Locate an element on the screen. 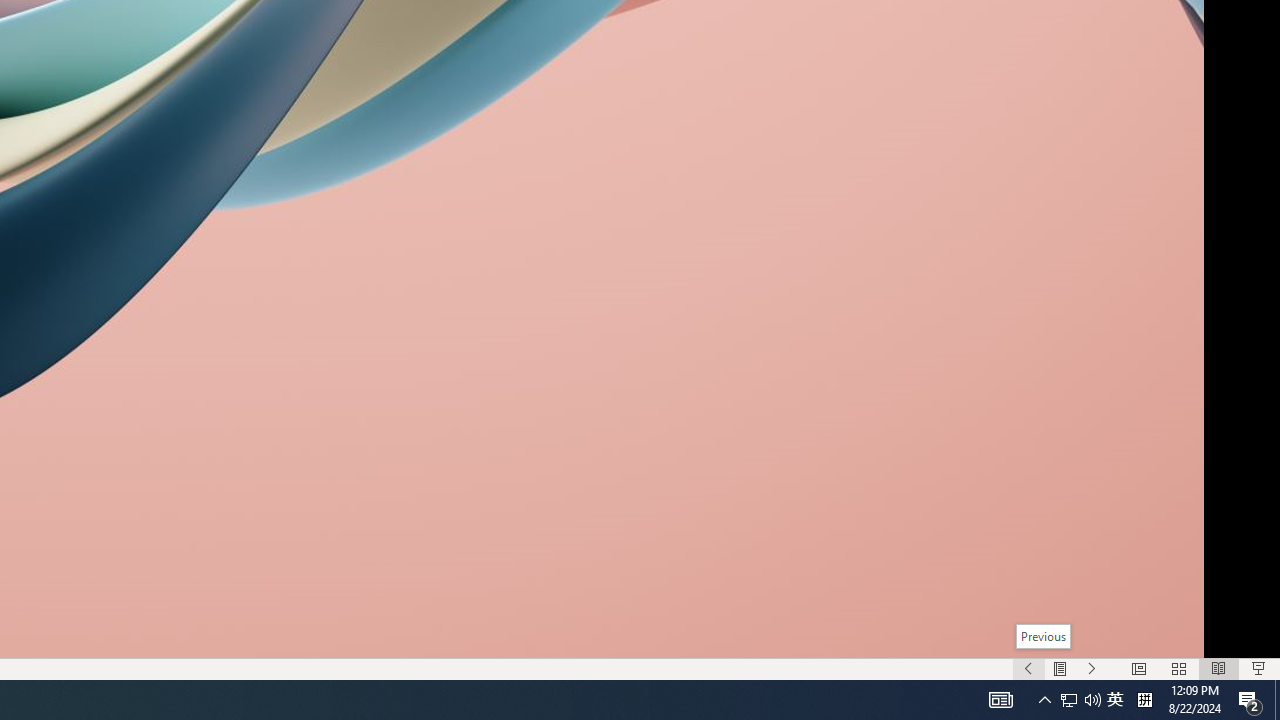 The image size is (1280, 720). 'Slide Show Previous On' is located at coordinates (1028, 669).